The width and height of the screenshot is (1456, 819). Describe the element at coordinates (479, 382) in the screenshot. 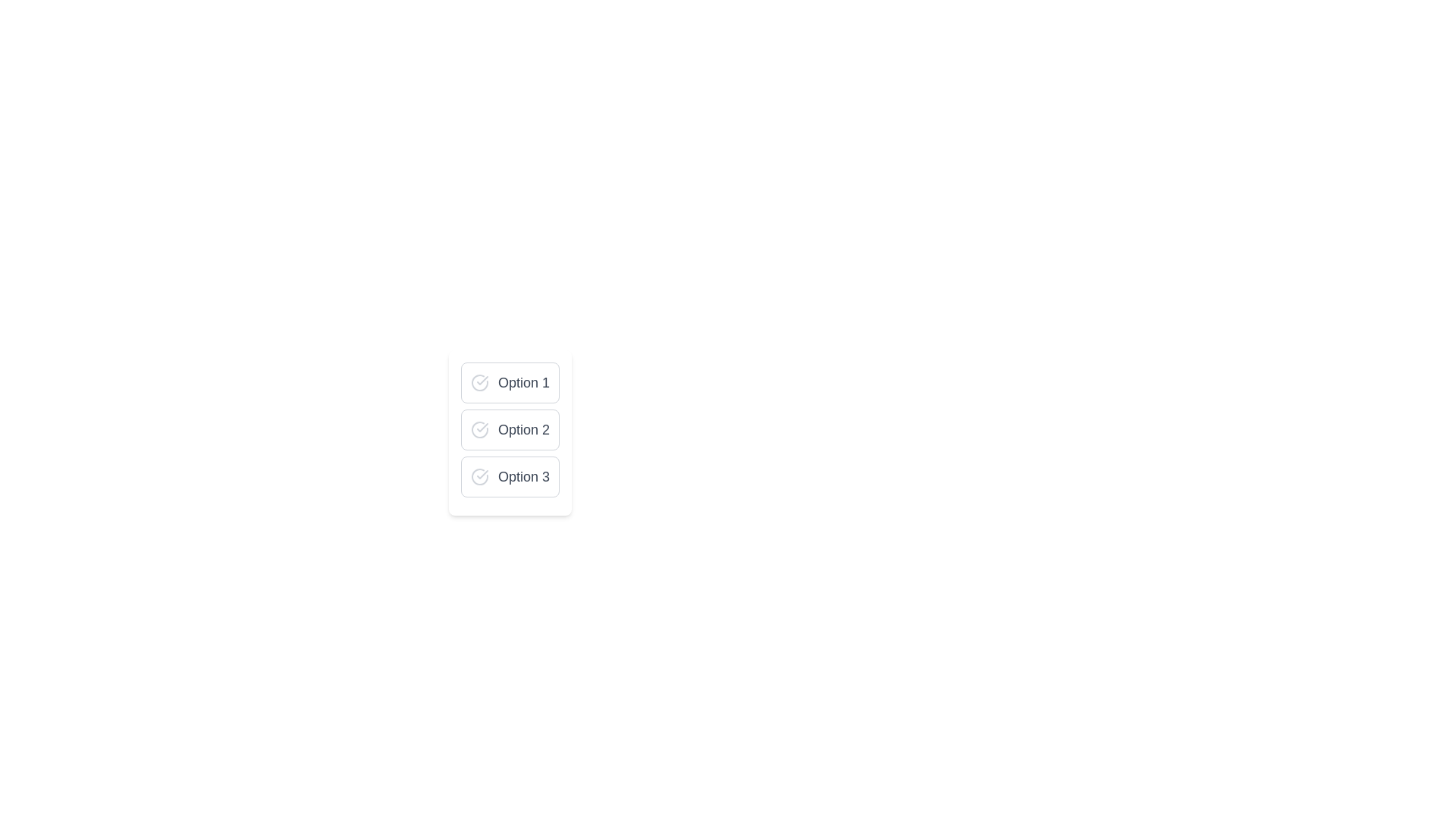

I see `the surrounding option row by clicking the first icon on the left that indicates selection or completion of 'Option 1'` at that location.